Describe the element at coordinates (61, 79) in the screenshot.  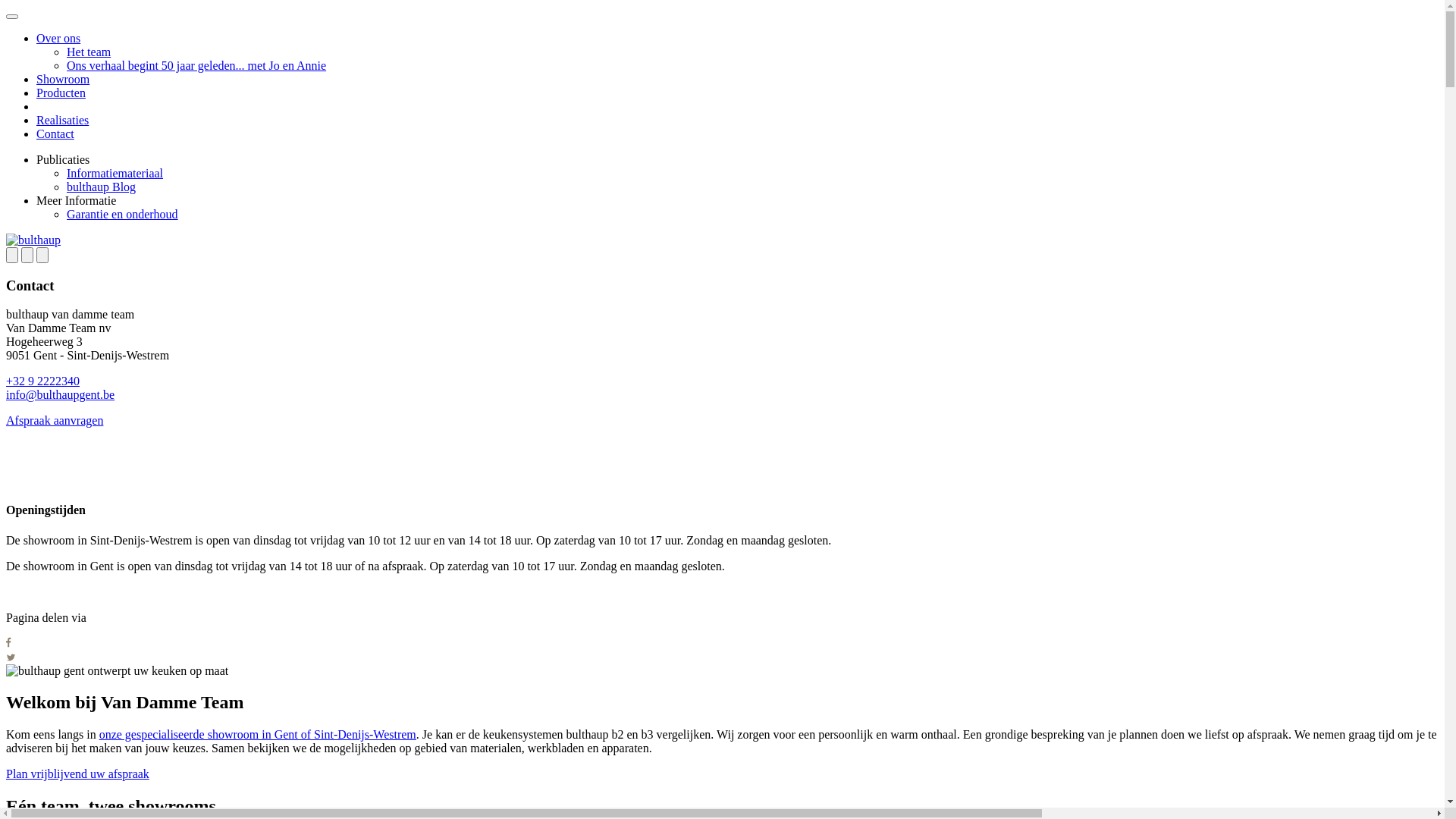
I see `'Showroom'` at that location.